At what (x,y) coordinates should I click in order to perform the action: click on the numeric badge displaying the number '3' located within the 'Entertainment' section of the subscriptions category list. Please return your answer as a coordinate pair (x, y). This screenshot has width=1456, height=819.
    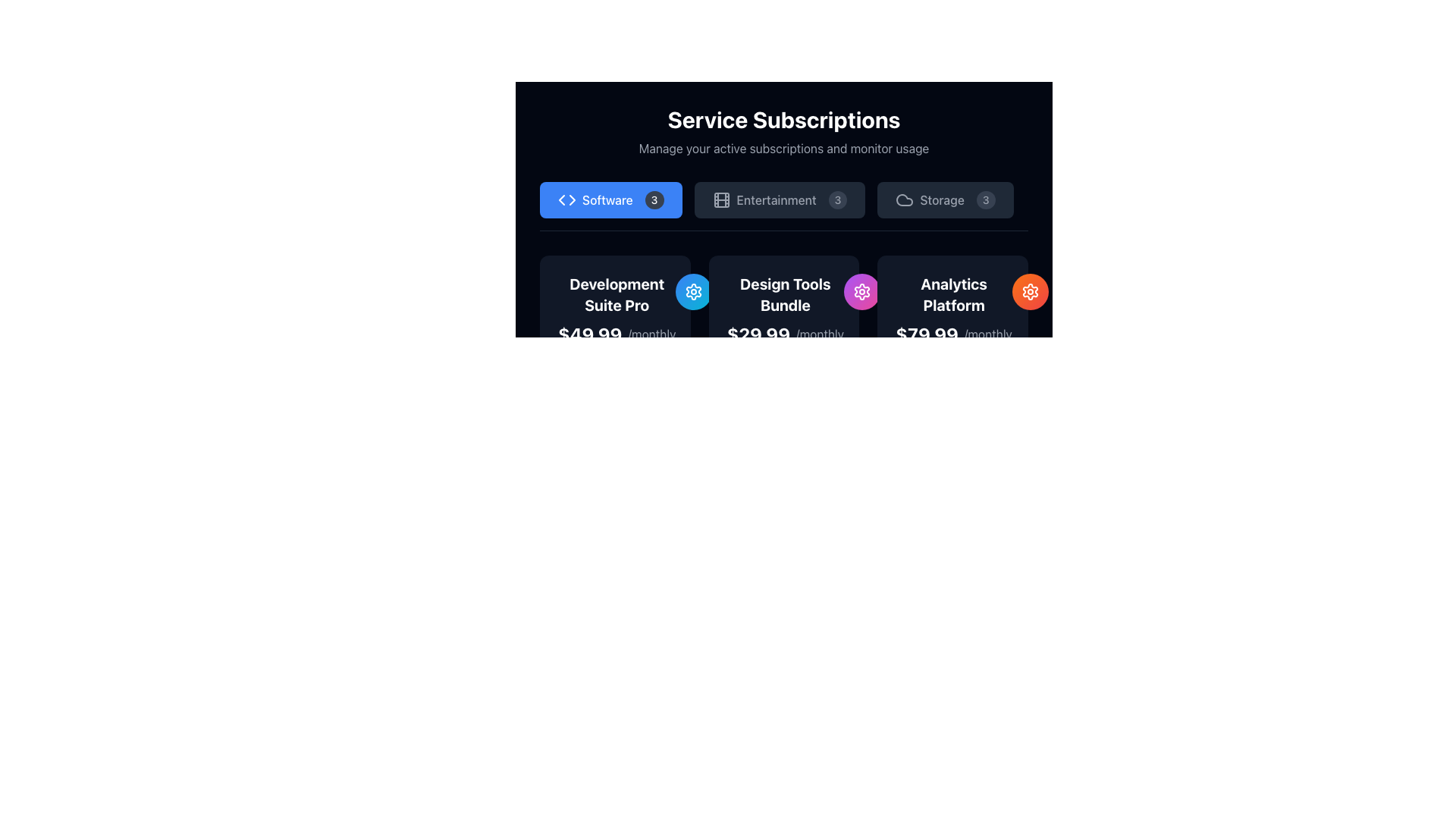
    Looking at the image, I should click on (836, 199).